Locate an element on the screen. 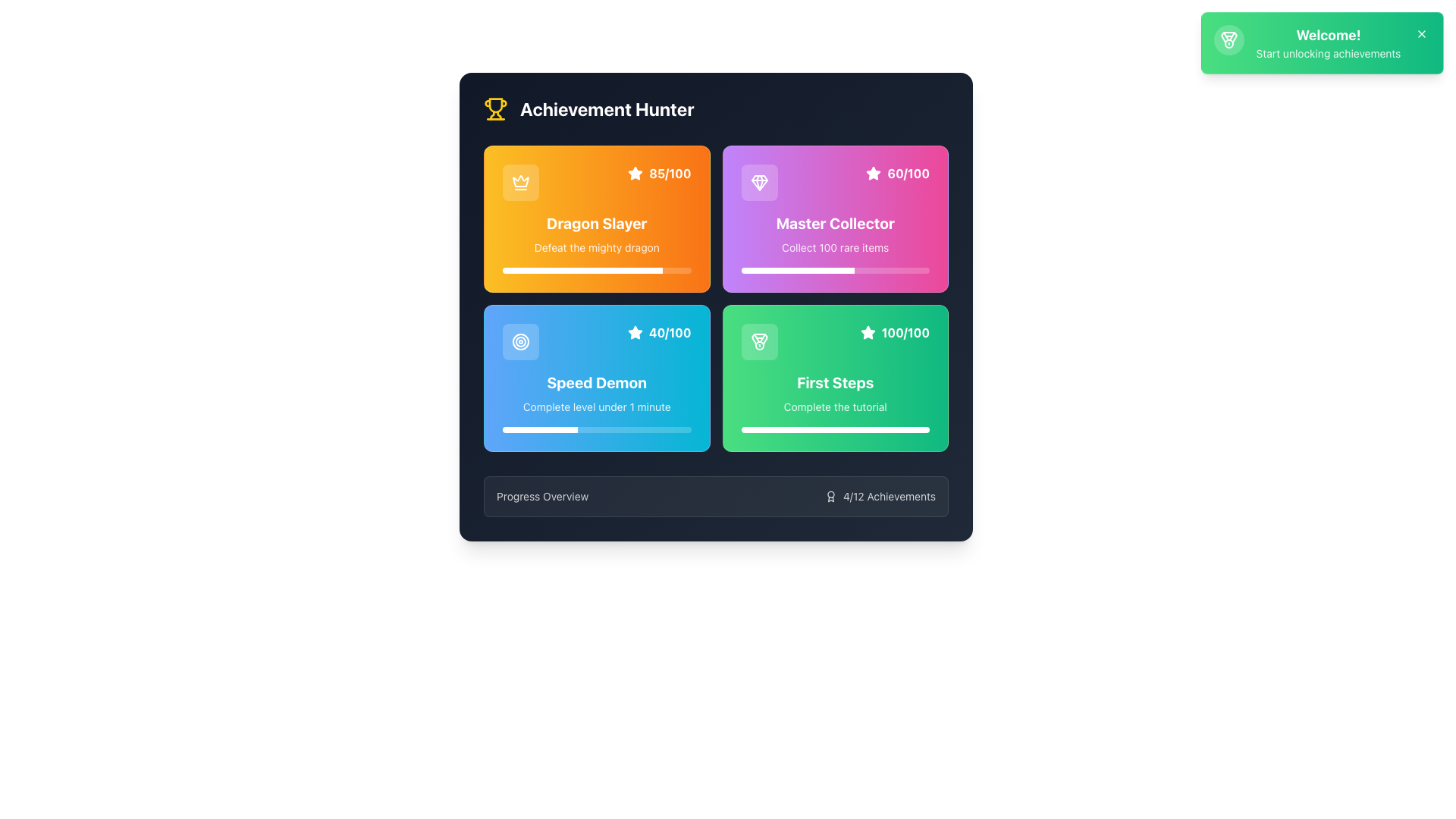 The image size is (1456, 819). the scoring or rating indicator icon located in the upper right section of the 'Master Collector' card, adjacent to the score '60/100' is located at coordinates (874, 172).